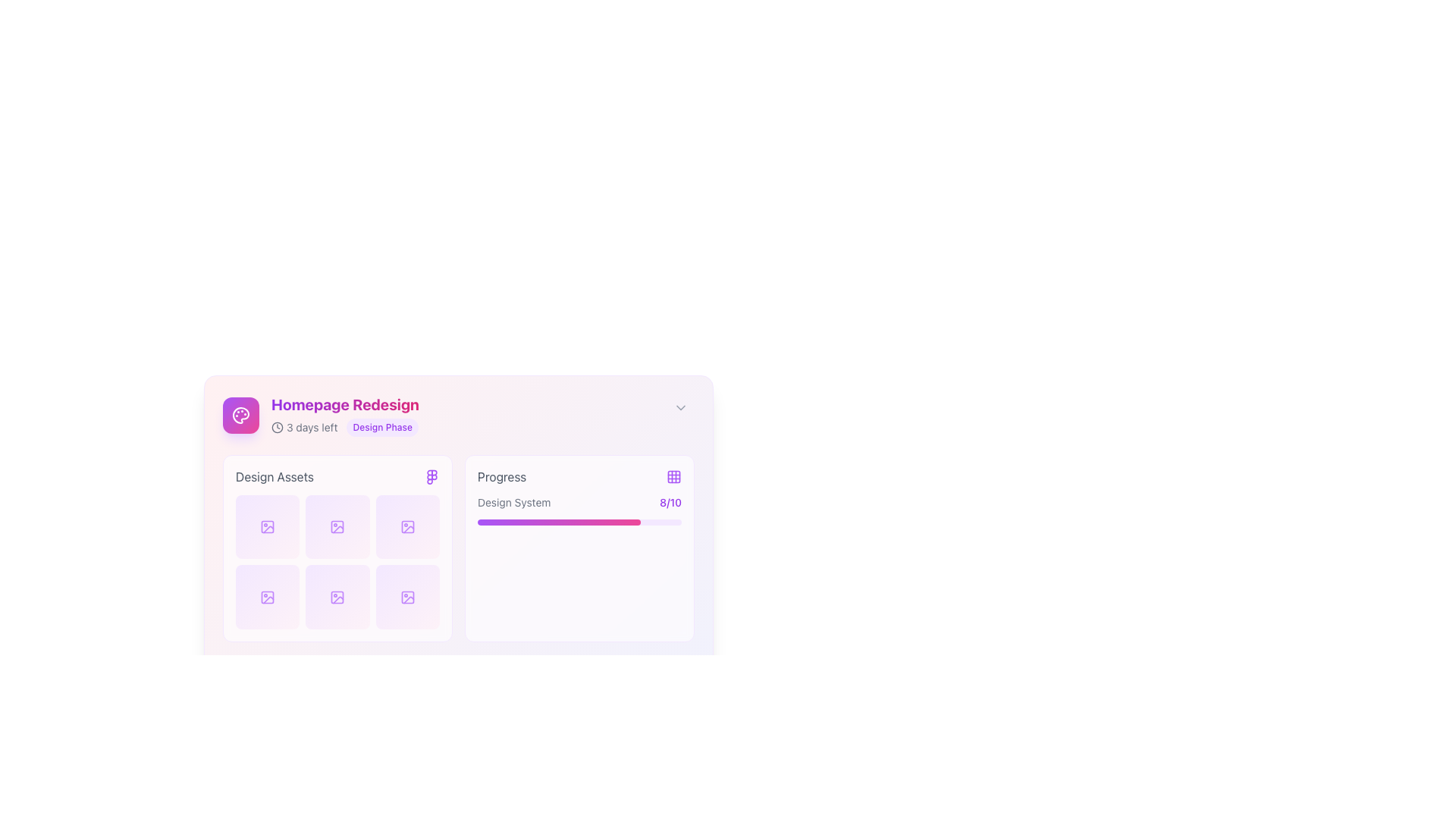 Image resolution: width=1456 pixels, height=819 pixels. Describe the element at coordinates (679, 406) in the screenshot. I see `the downward-facing chevron icon located at the top-right corner of the card titled 'Homepage Redesign'` at that location.